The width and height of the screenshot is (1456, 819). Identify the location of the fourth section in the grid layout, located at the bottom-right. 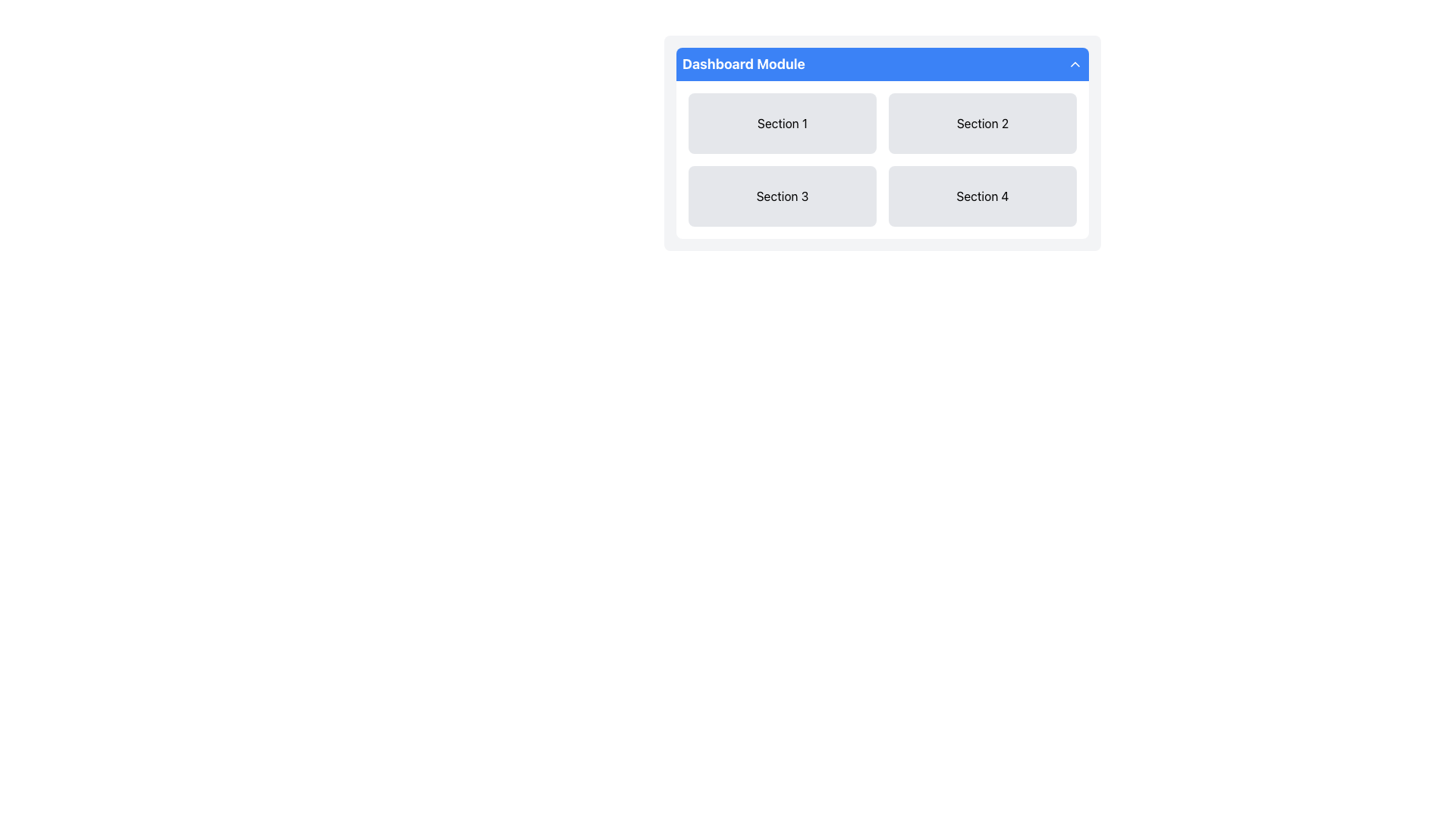
(983, 195).